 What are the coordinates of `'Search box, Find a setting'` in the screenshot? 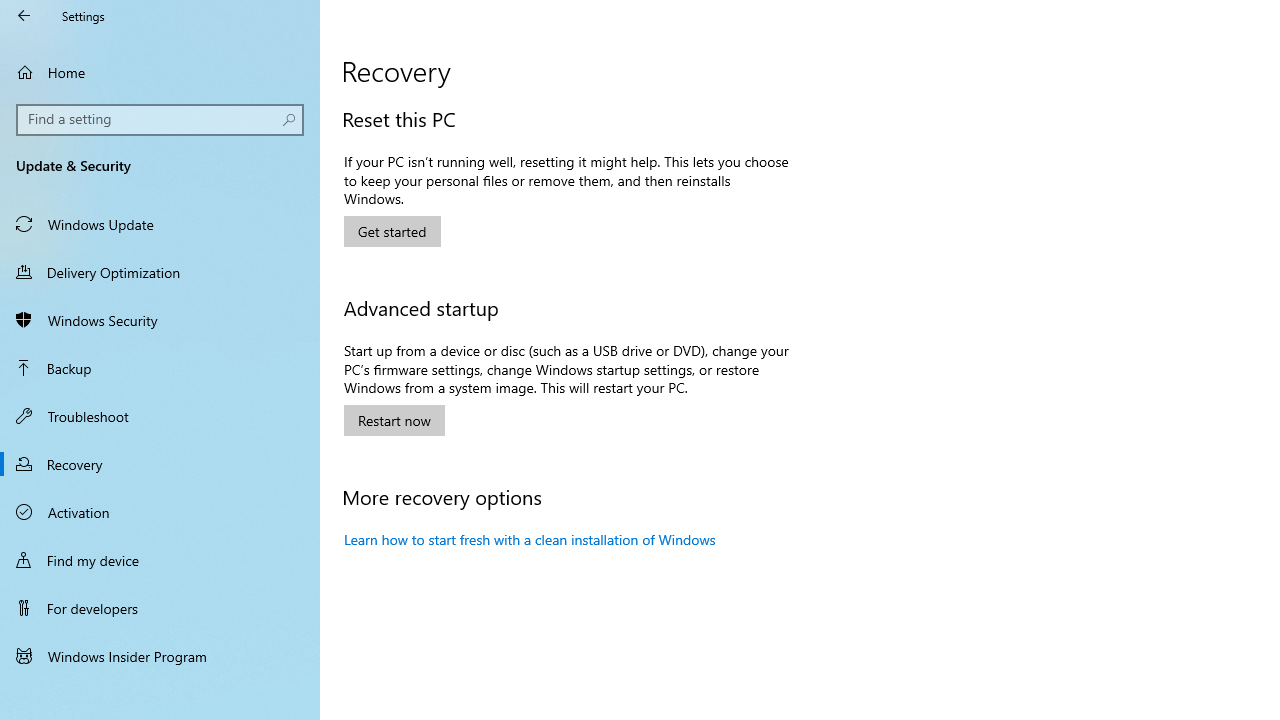 It's located at (160, 119).